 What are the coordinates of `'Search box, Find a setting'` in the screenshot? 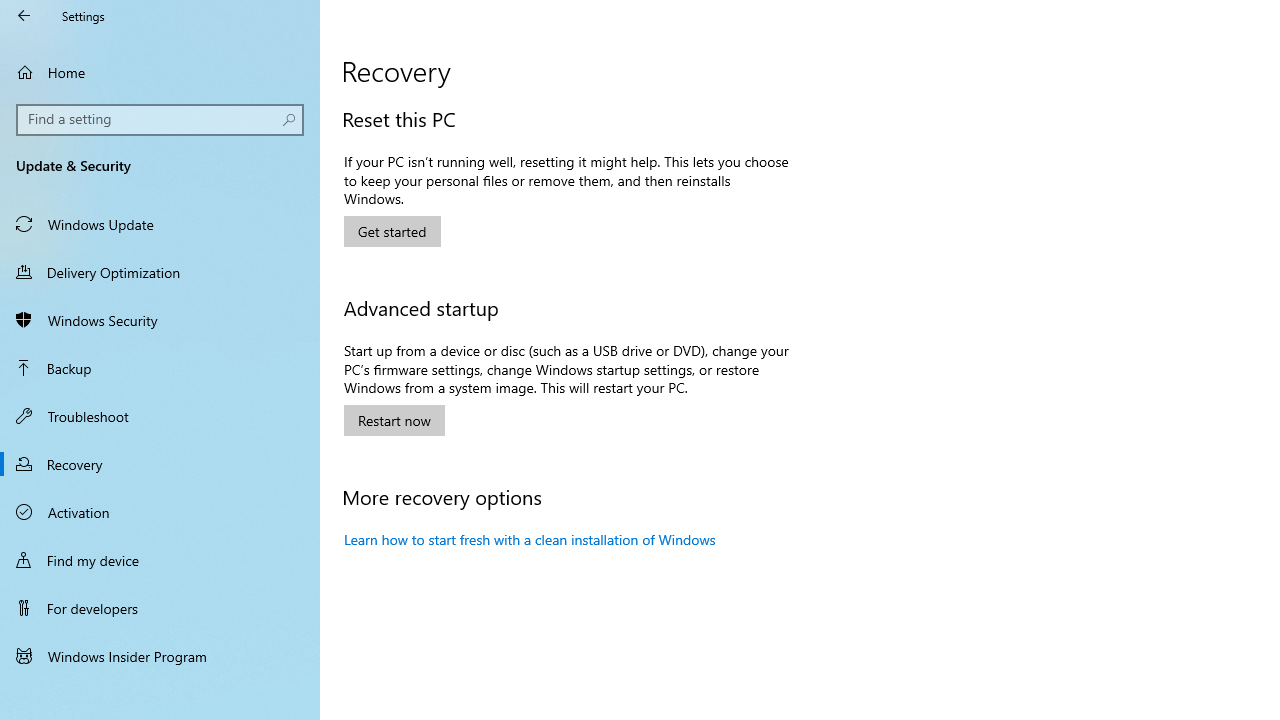 It's located at (160, 119).